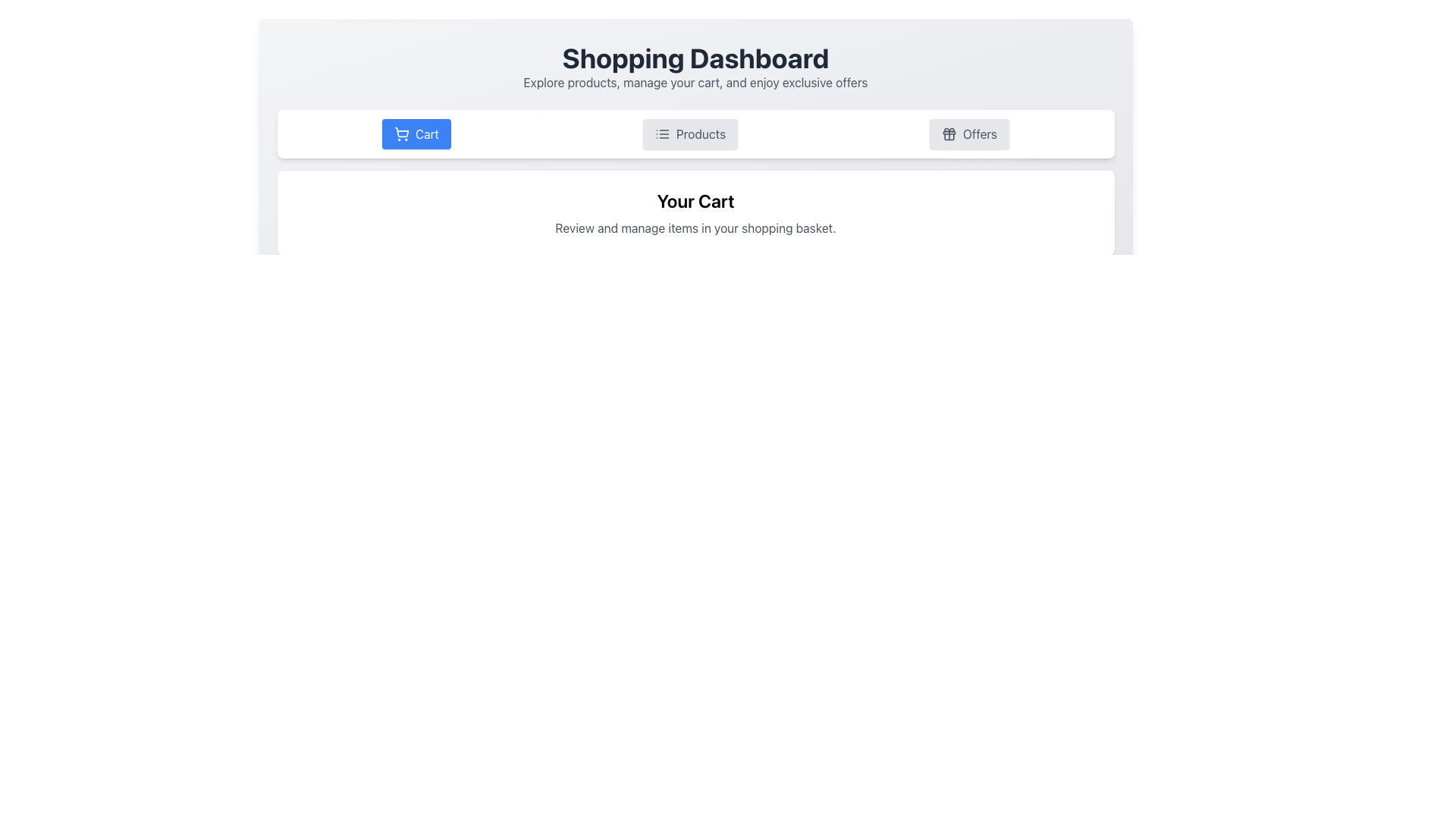  I want to click on the shopping cart text label located within the blue button at the top of the interface, adjacent to the shopping cart icon, so click(426, 133).